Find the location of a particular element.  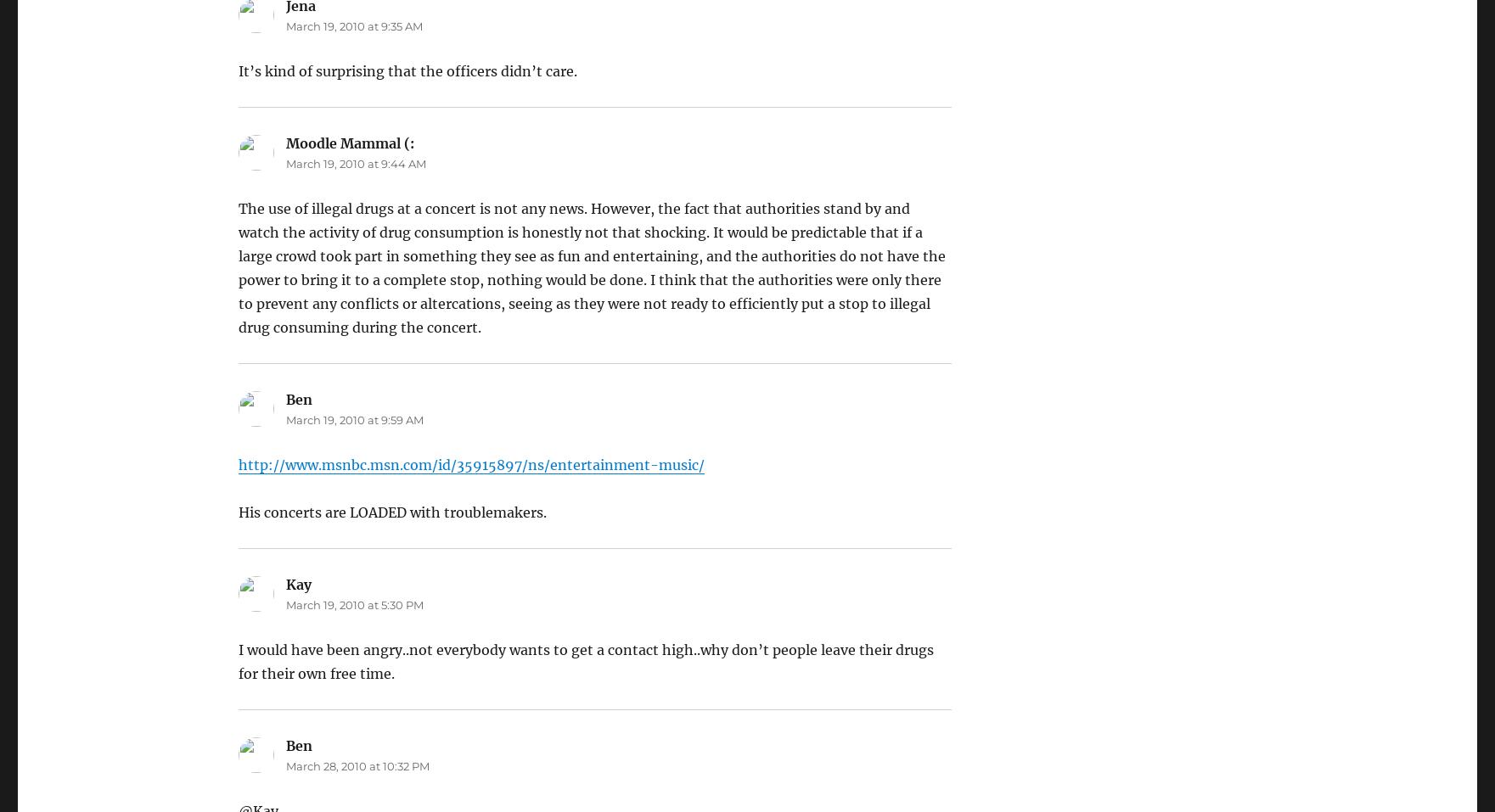

'Moodle Mammal (:' is located at coordinates (284, 143).